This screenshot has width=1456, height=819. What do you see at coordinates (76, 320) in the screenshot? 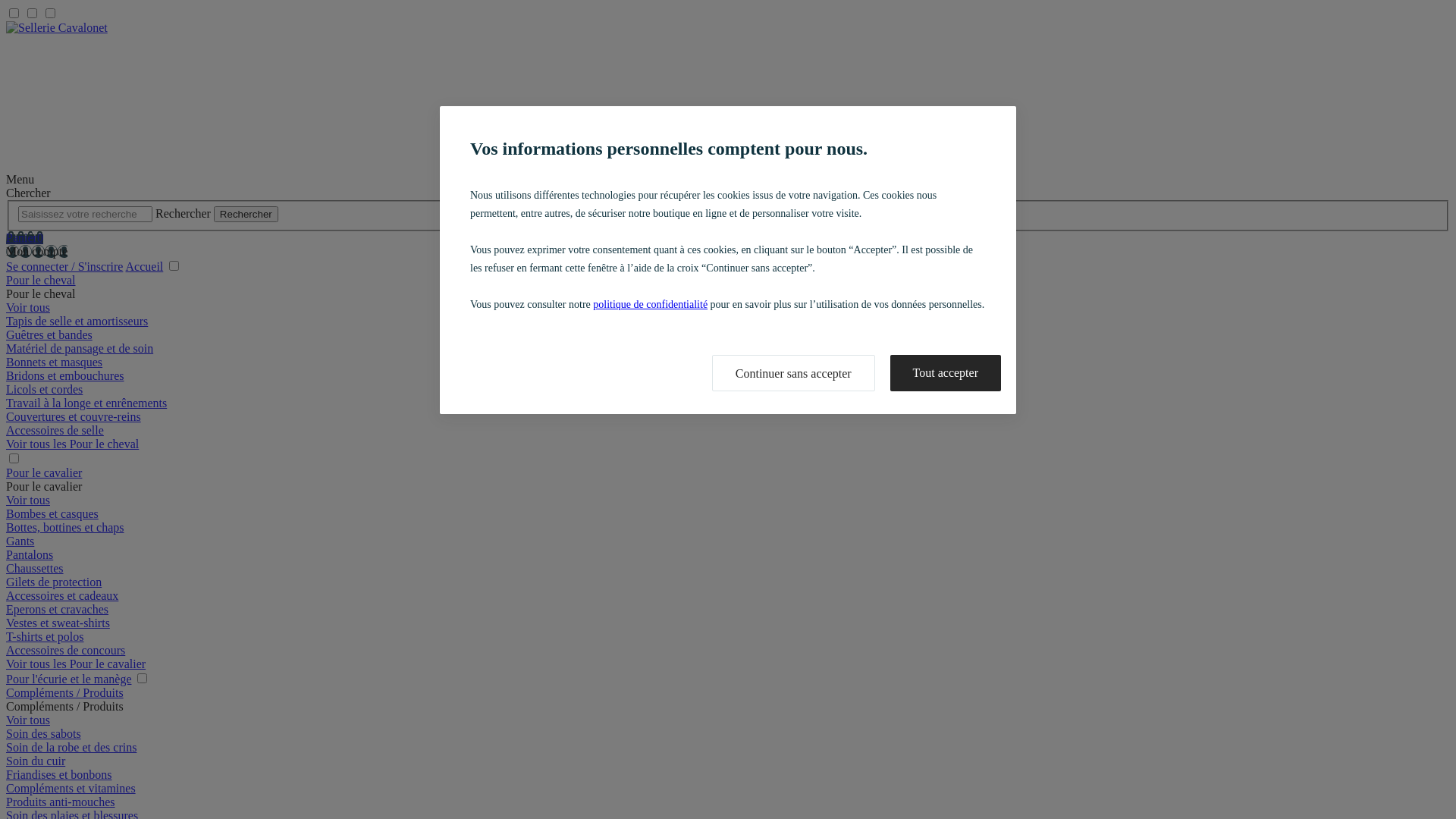
I see `'Tapis de selle et amortisseurs'` at bounding box center [76, 320].